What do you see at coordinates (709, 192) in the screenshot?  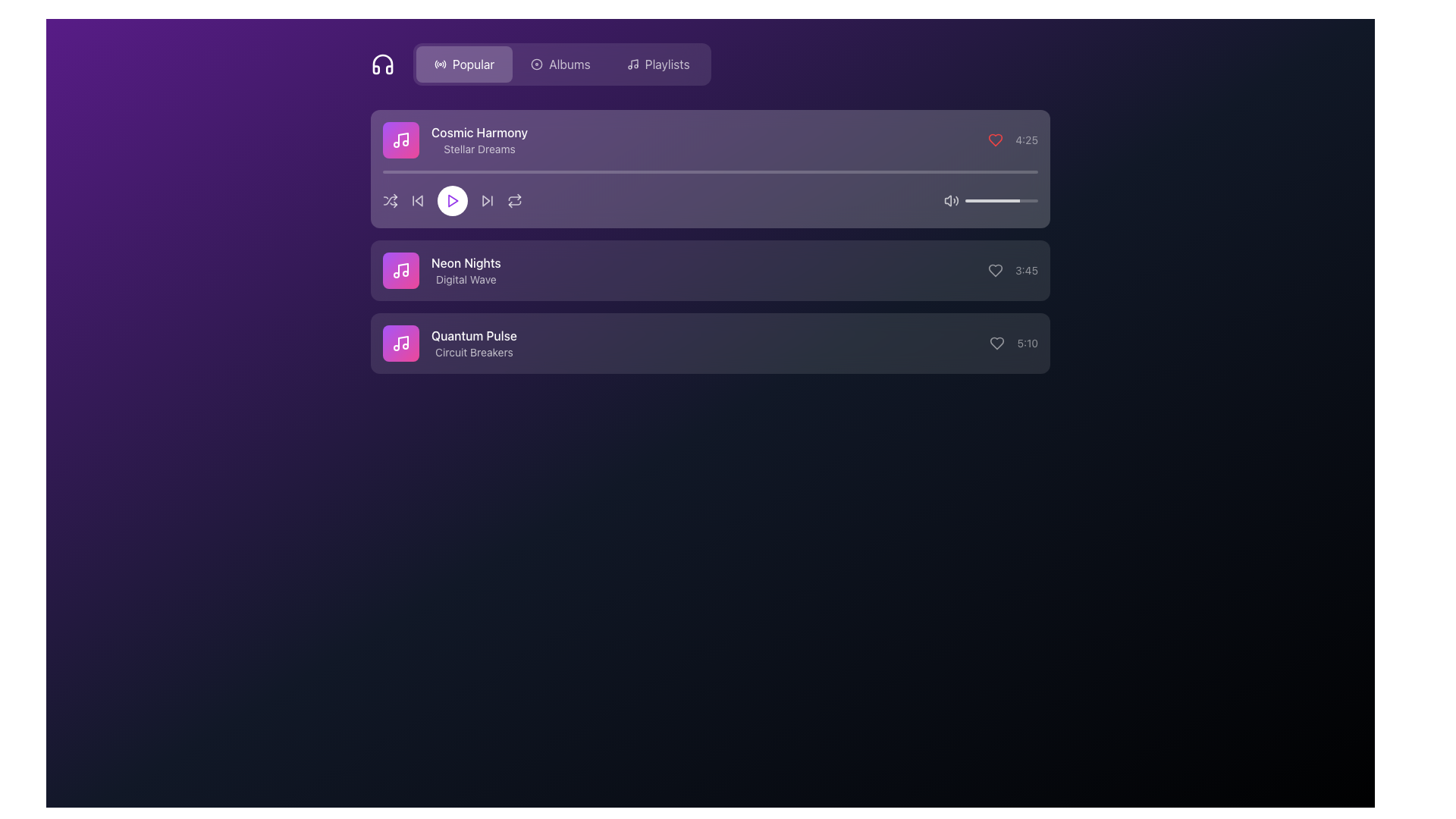 I see `the progress value of the Progress Bar located in the 'Cosmic Harmony' track section, positioned horizontally below the track title and above playback control buttons` at bounding box center [709, 192].